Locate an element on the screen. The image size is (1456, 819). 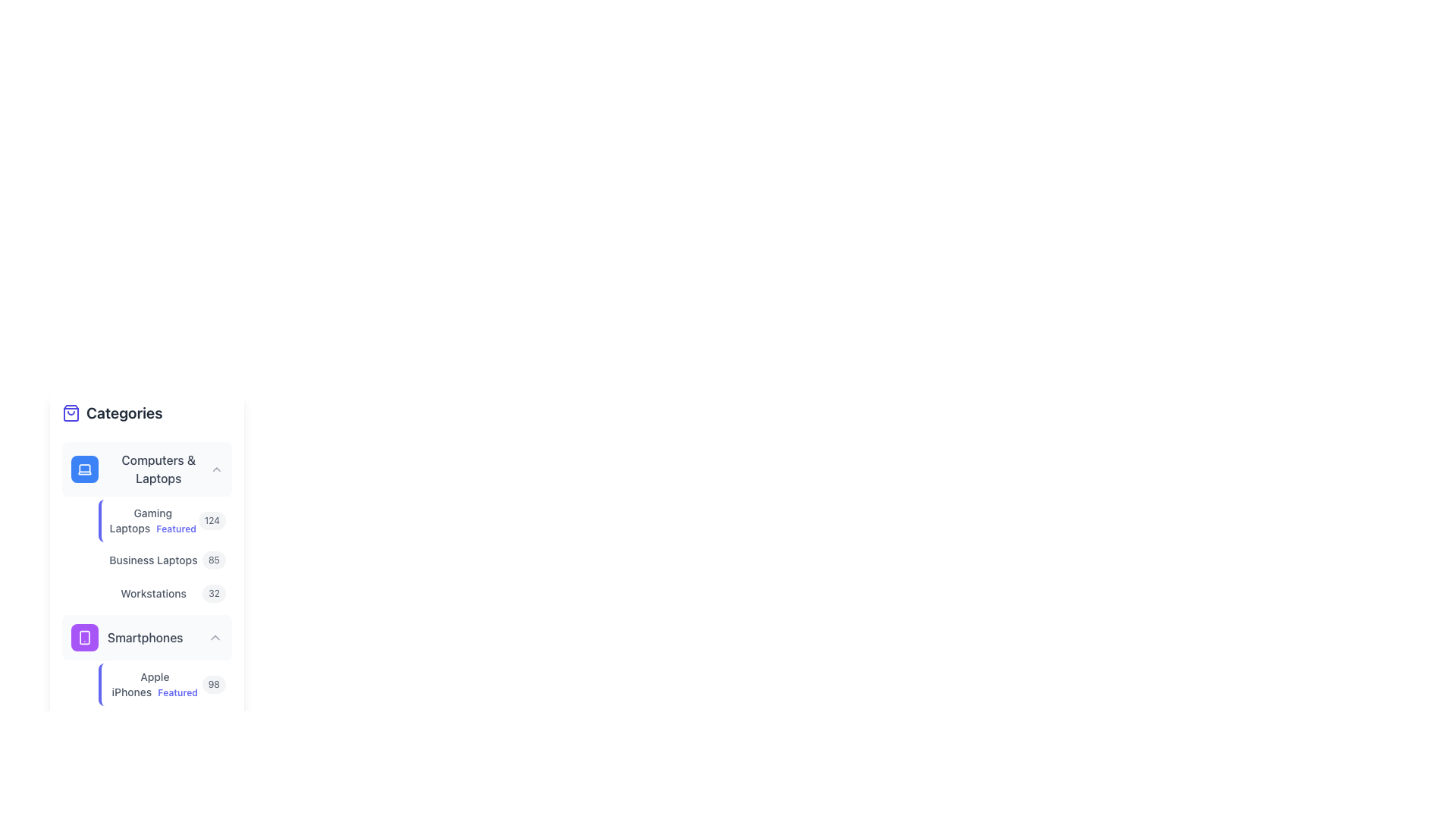
the 'Gaming Laptops' list item in the 'Computers & Laptops' category is located at coordinates (165, 519).